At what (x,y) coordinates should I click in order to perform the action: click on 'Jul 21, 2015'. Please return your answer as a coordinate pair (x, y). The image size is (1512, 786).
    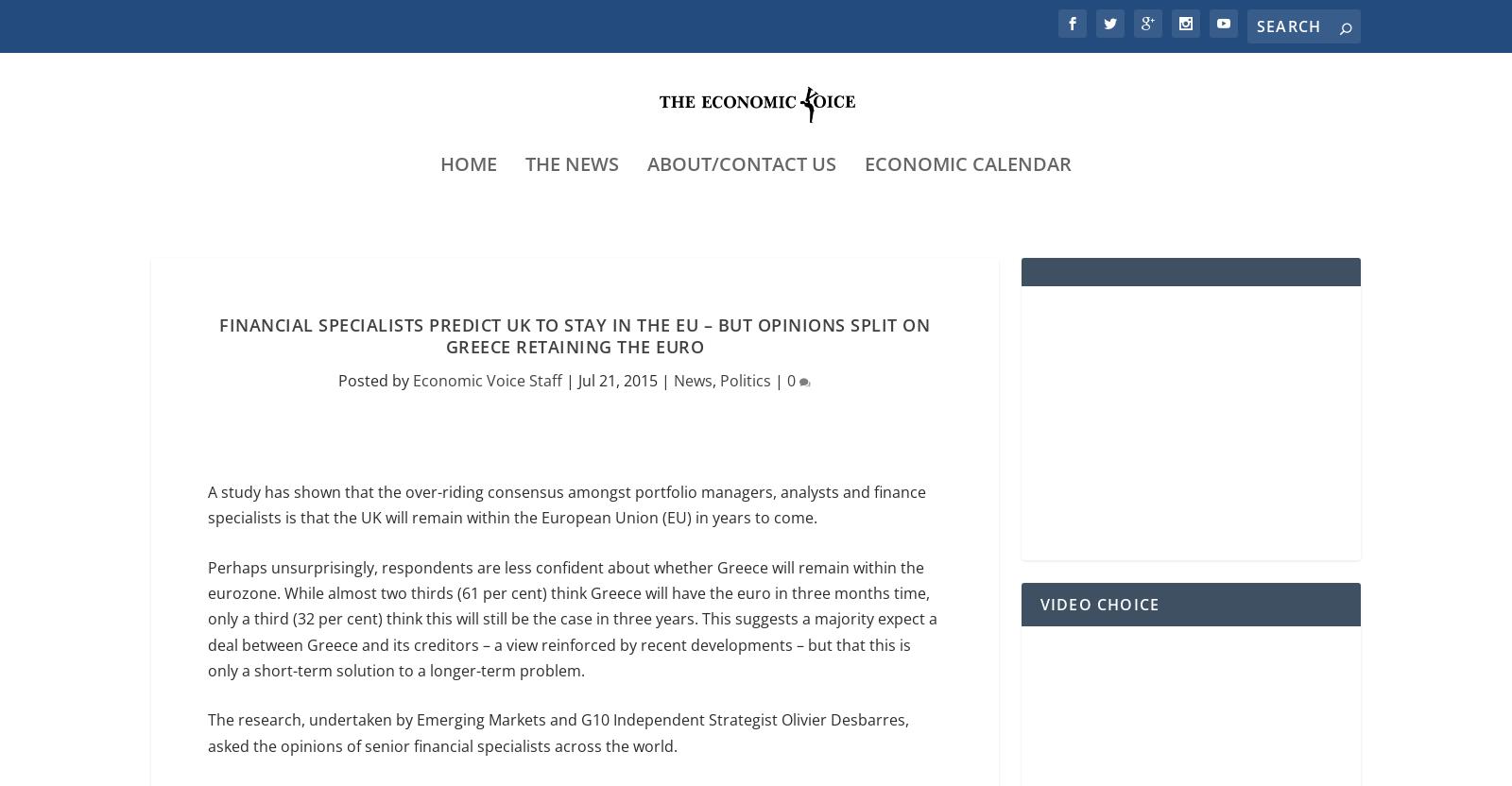
    Looking at the image, I should click on (618, 382).